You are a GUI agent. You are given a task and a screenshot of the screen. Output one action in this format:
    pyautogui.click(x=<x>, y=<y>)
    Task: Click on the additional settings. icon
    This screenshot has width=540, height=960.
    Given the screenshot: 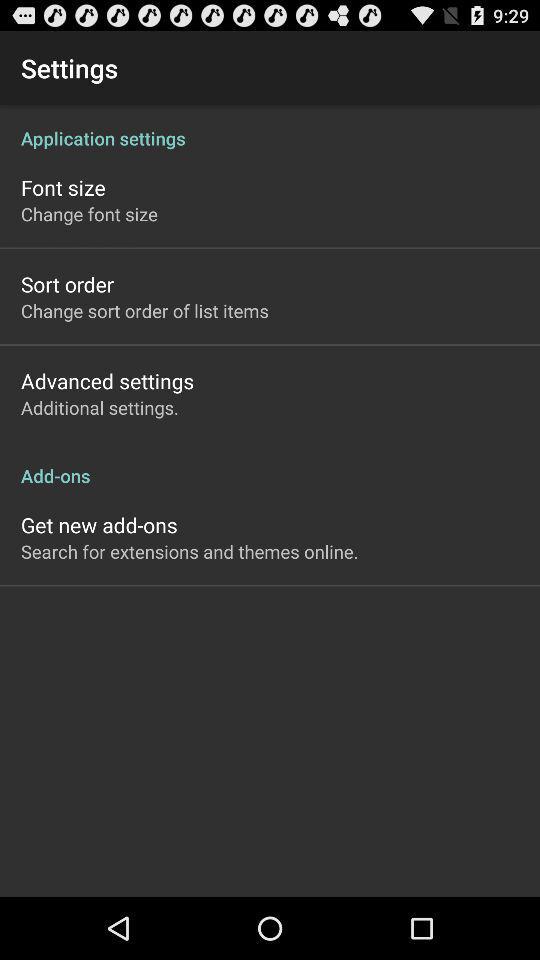 What is the action you would take?
    pyautogui.click(x=98, y=406)
    